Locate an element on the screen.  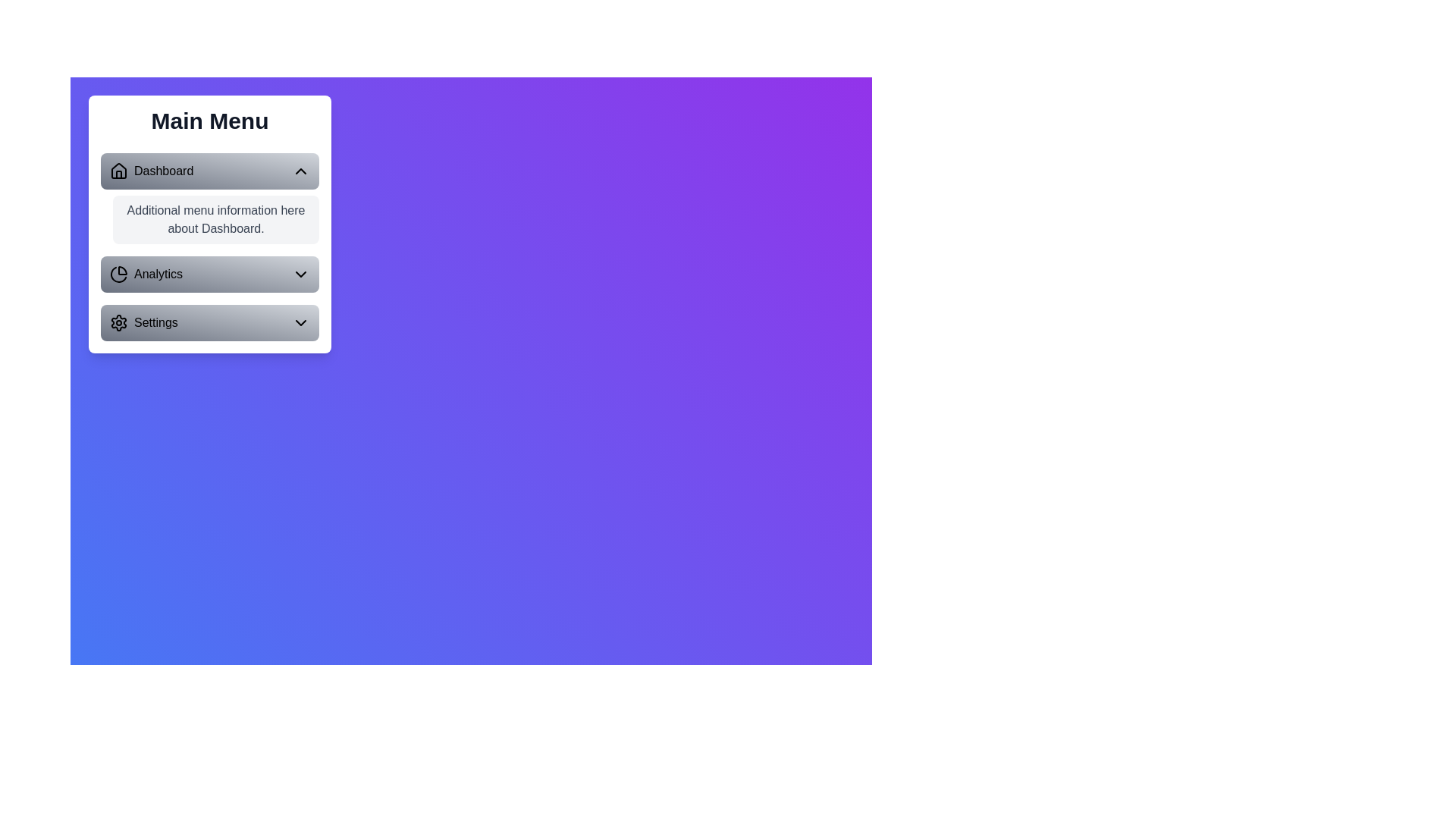
the visual representation of the pie chart segment adjacent to the 'Analytics' label in the menu is located at coordinates (118, 275).